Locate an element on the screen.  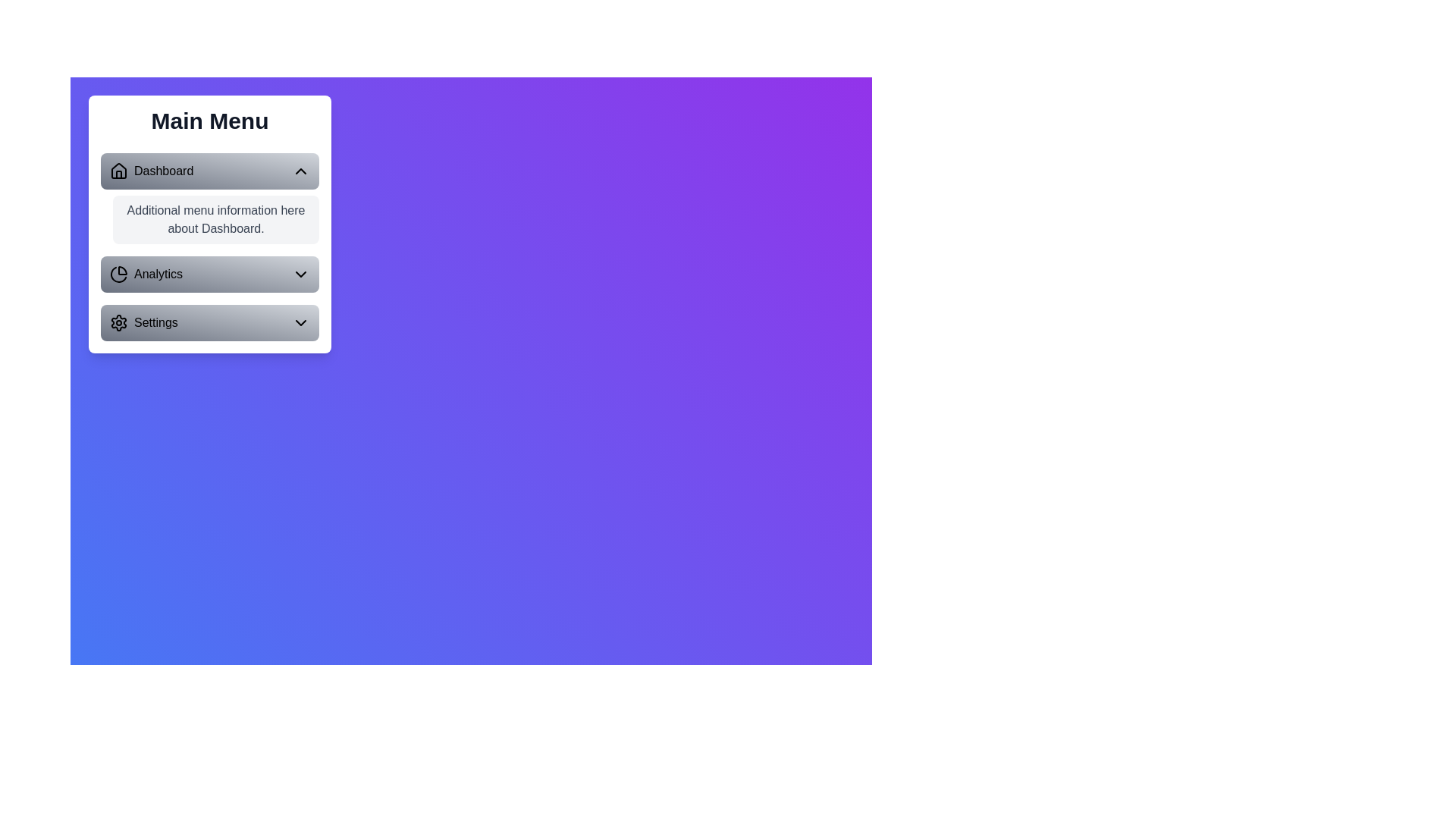
the visual representation of the pie chart segment adjacent to the 'Analytics' label in the menu is located at coordinates (118, 275).